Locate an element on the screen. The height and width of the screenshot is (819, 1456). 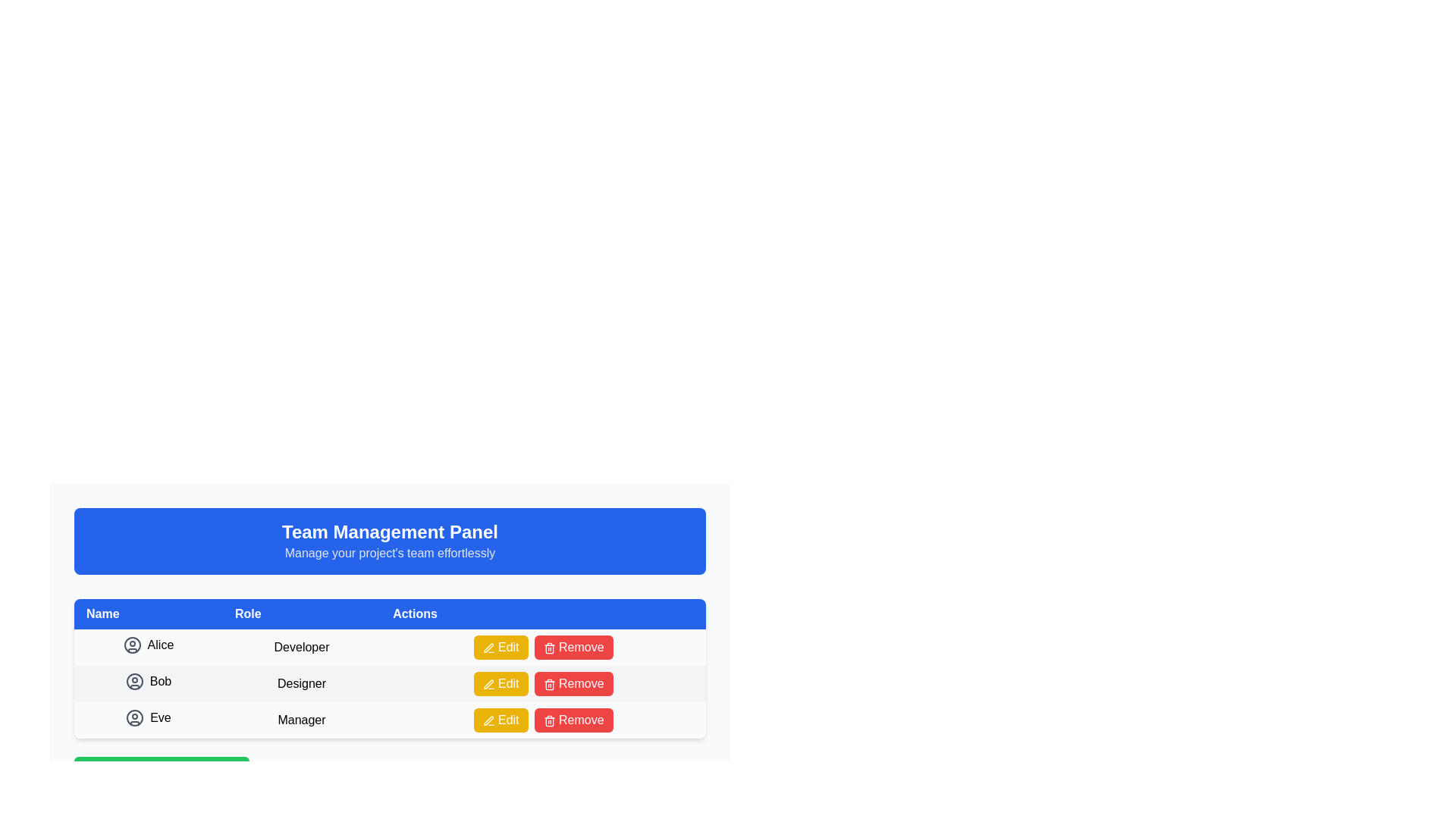
the 'Designer' text label located in the 'Role' column of the second row in the table interface is located at coordinates (302, 684).